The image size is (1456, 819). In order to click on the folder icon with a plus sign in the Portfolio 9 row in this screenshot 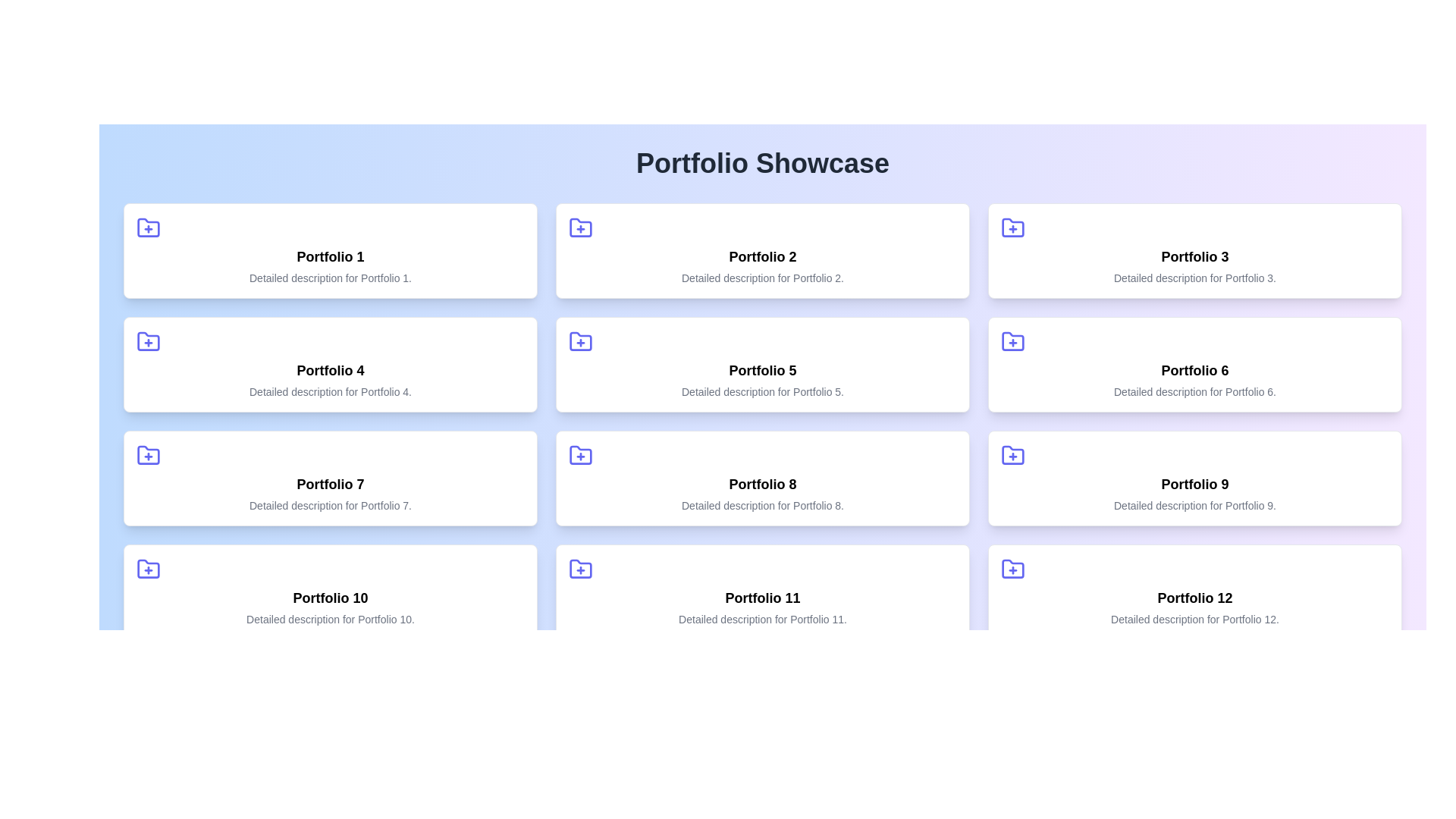, I will do `click(1012, 454)`.